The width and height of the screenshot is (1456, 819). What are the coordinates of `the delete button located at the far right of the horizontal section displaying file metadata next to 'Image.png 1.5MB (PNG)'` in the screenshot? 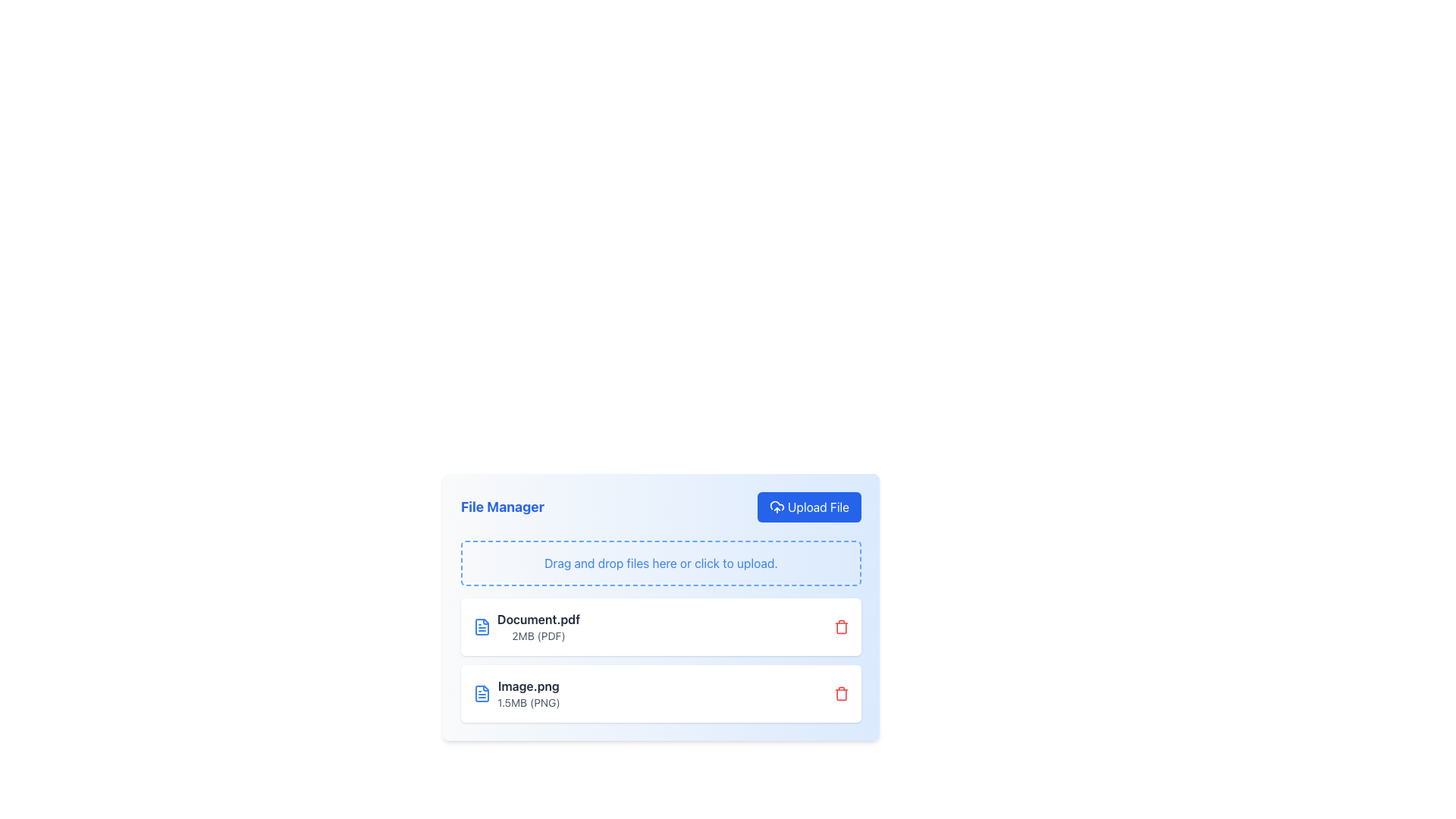 It's located at (840, 693).